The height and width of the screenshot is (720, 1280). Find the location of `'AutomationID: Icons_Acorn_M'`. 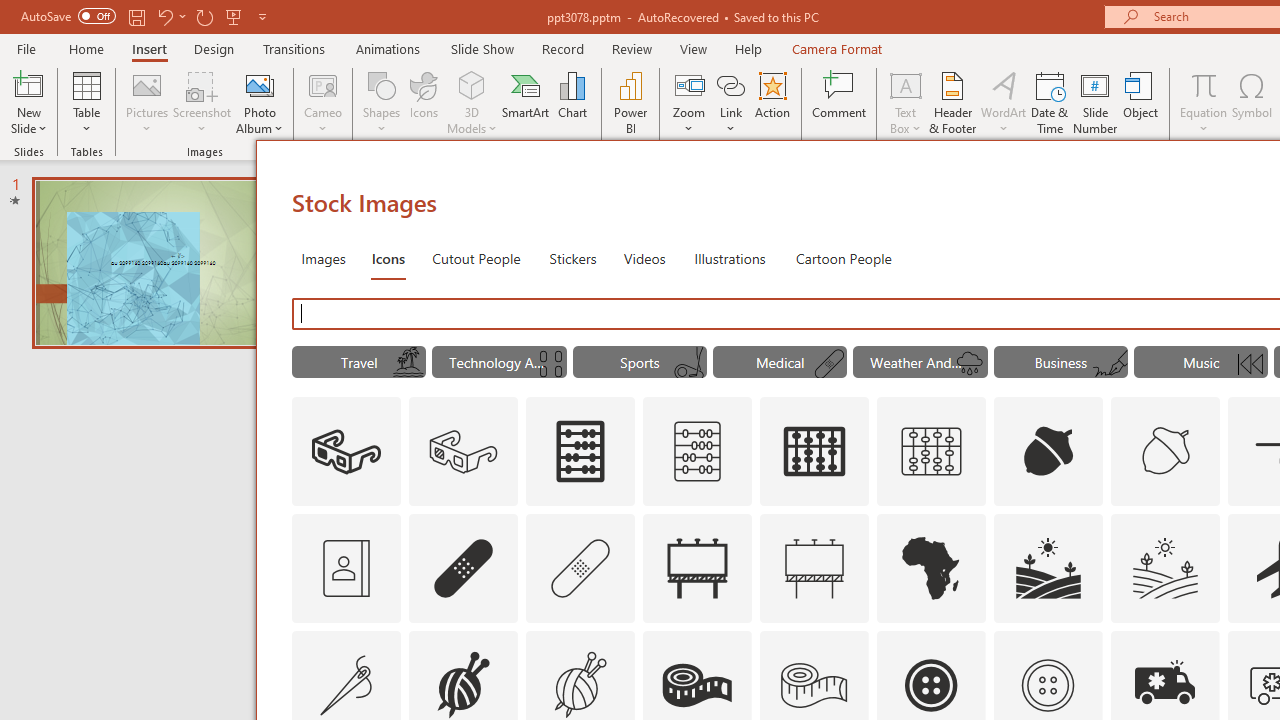

'AutomationID: Icons_Acorn_M' is located at coordinates (1166, 452).